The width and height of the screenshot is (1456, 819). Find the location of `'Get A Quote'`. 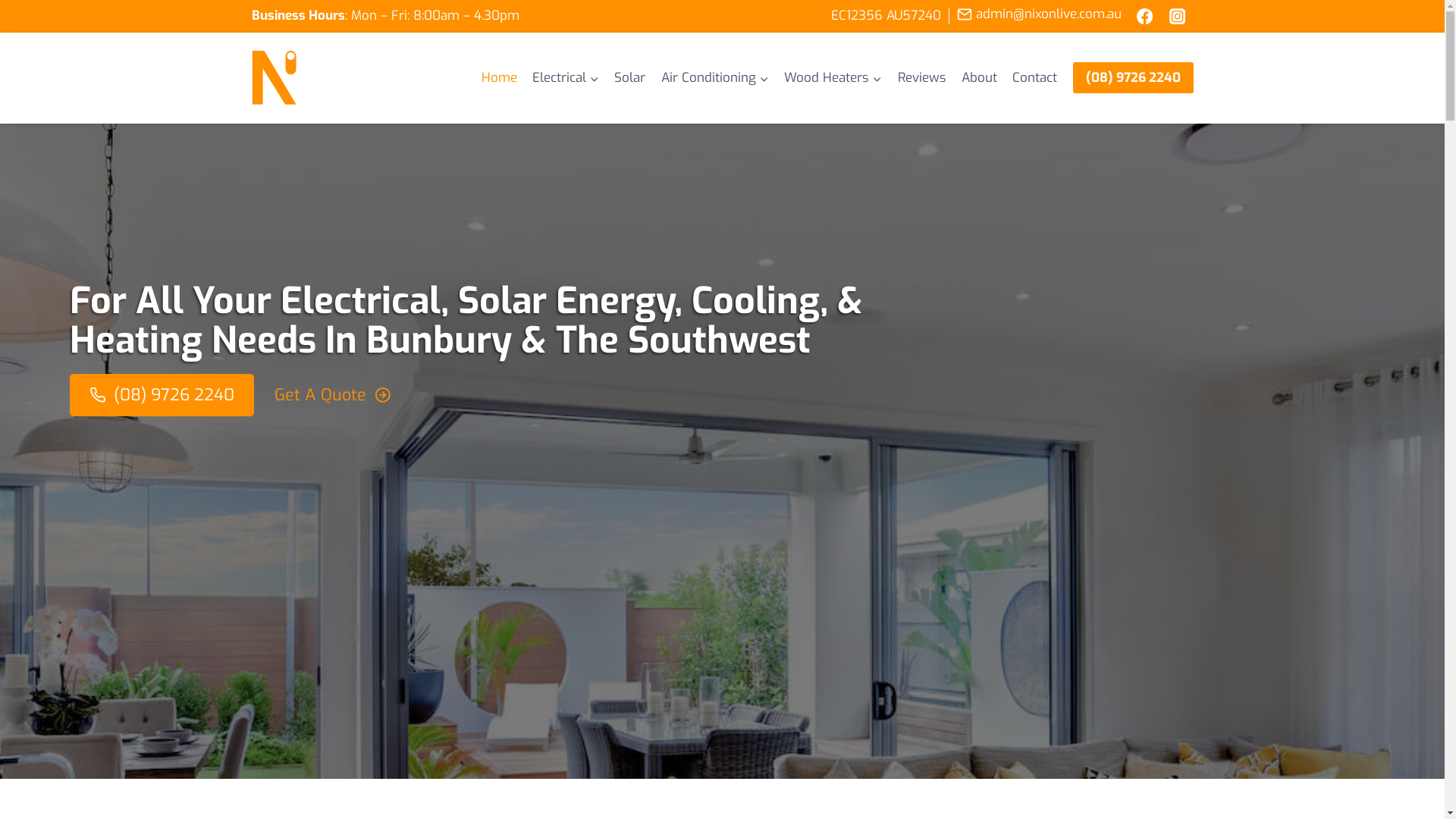

'Get A Quote' is located at coordinates (259, 394).